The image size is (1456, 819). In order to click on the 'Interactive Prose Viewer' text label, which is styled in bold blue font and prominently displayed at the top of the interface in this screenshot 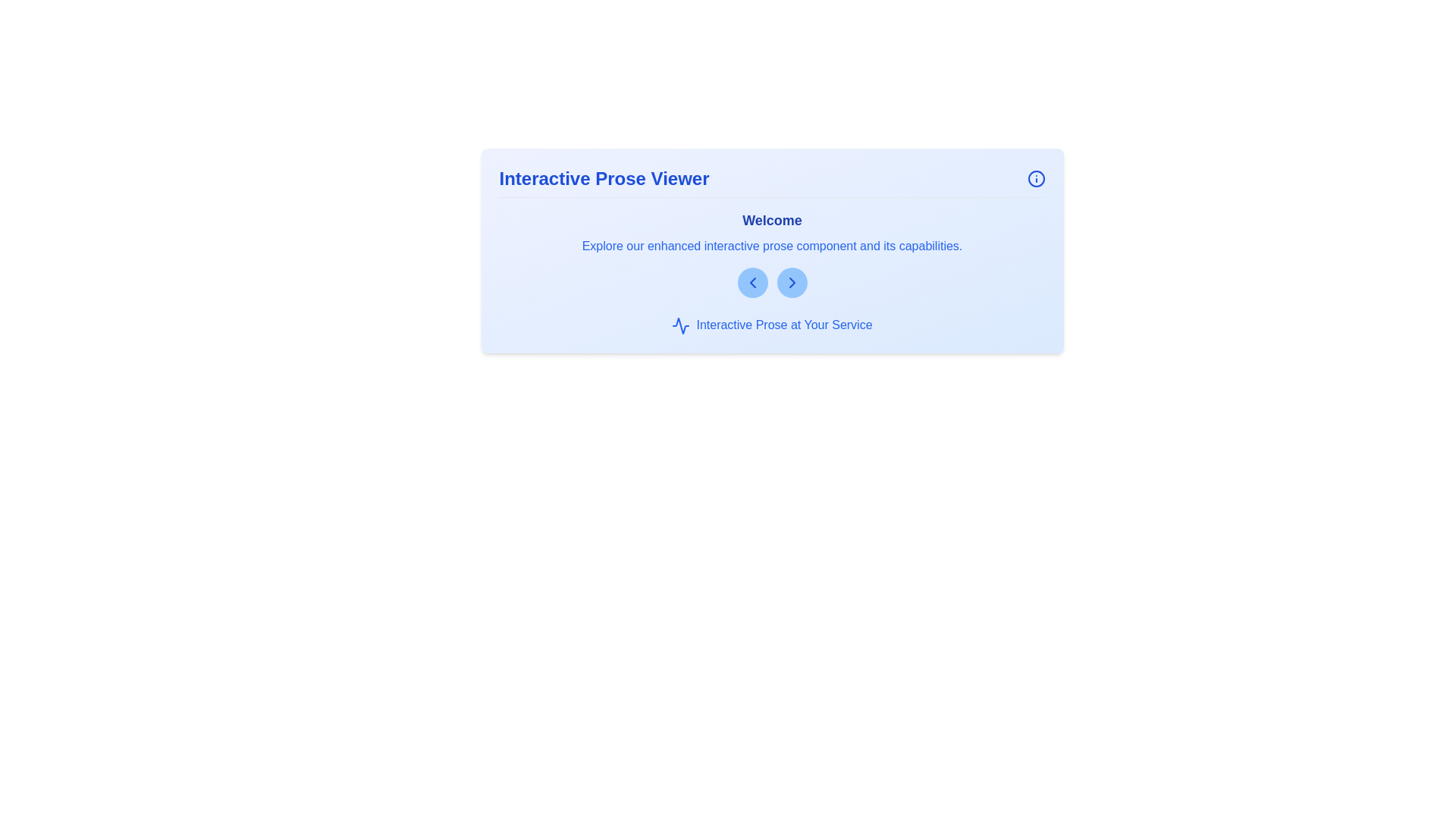, I will do `click(603, 177)`.